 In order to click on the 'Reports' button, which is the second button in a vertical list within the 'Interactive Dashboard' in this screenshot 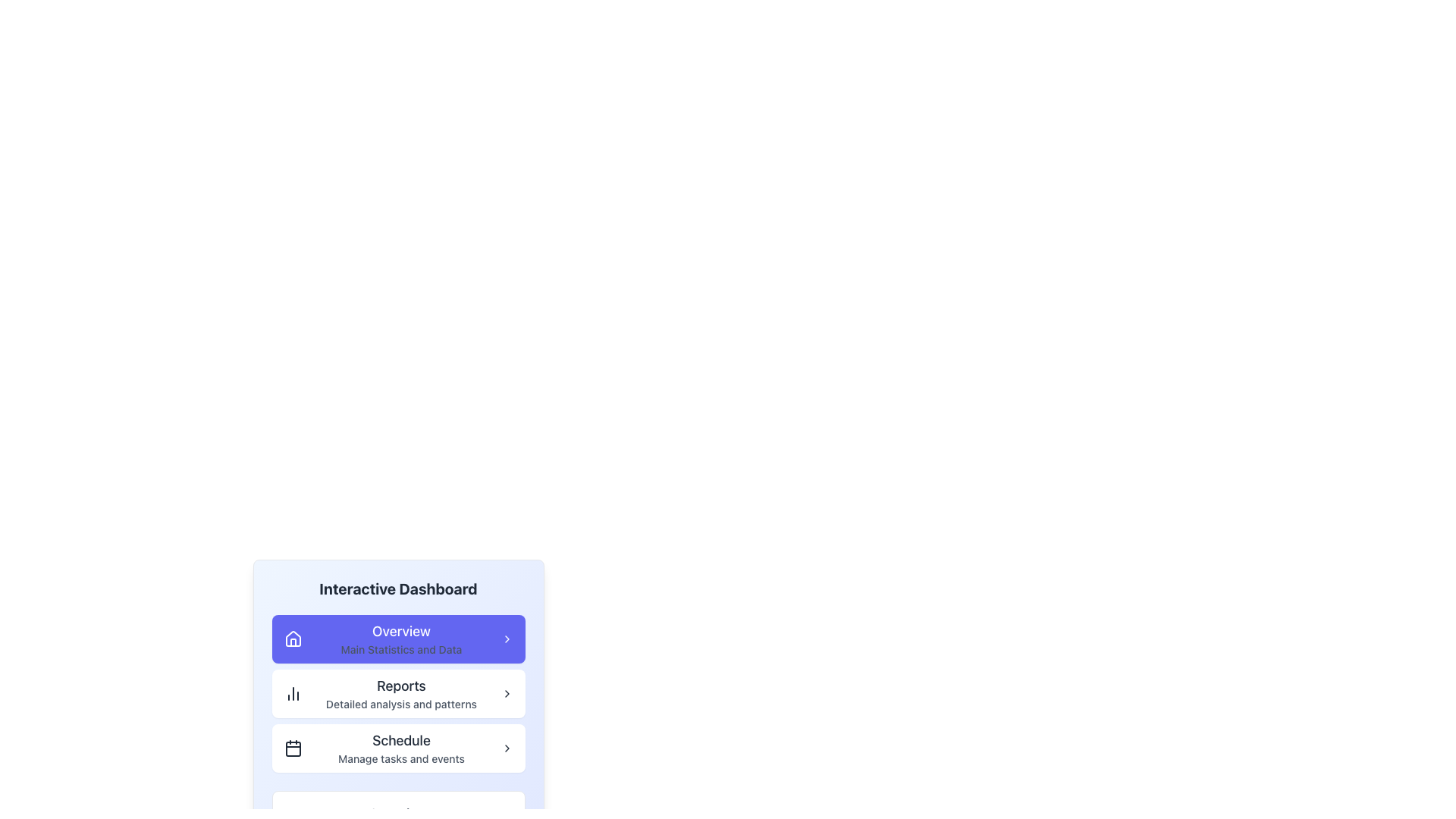, I will do `click(398, 693)`.